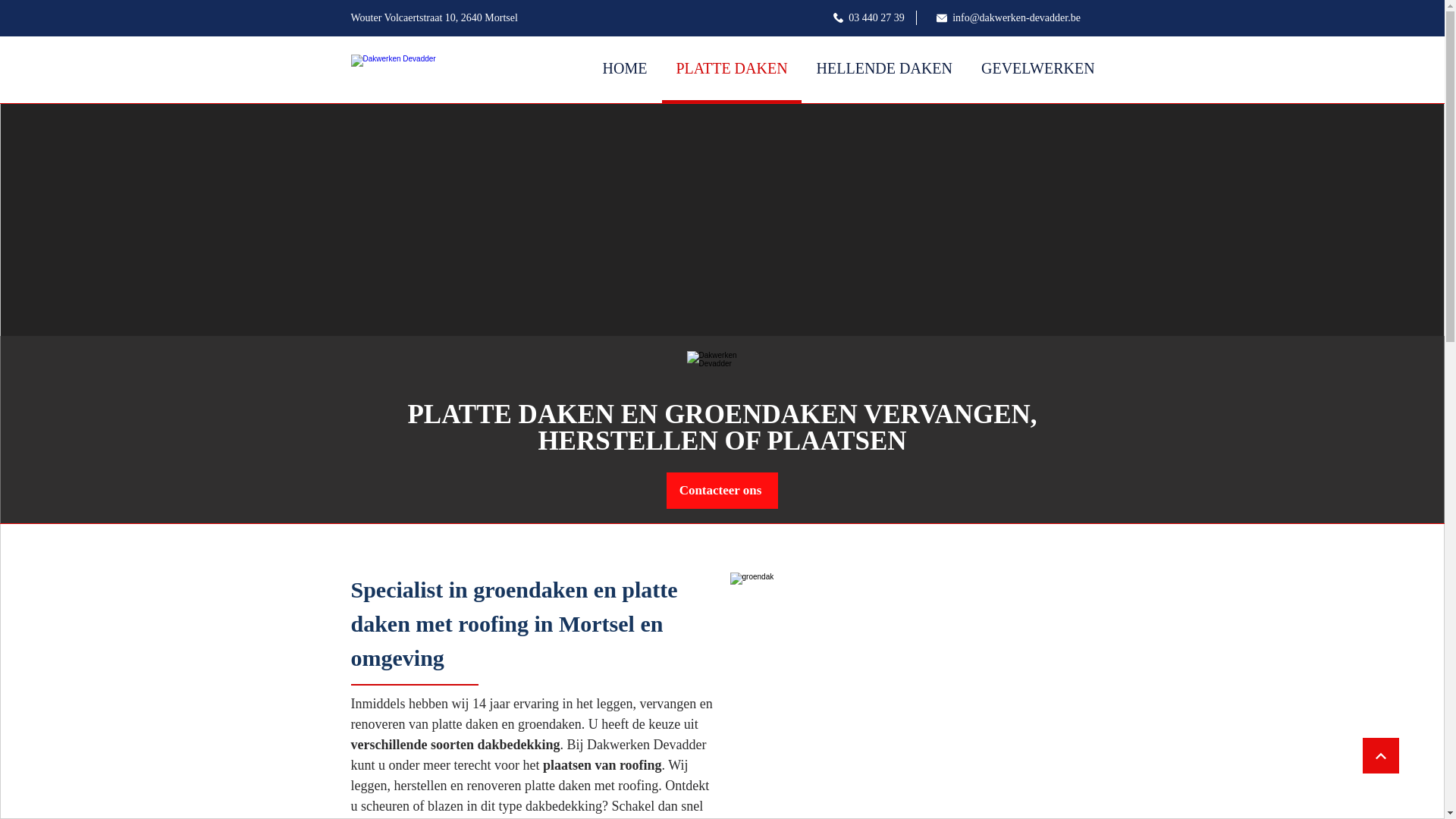 Image resolution: width=1456 pixels, height=819 pixels. What do you see at coordinates (624, 70) in the screenshot?
I see `'HOME'` at bounding box center [624, 70].